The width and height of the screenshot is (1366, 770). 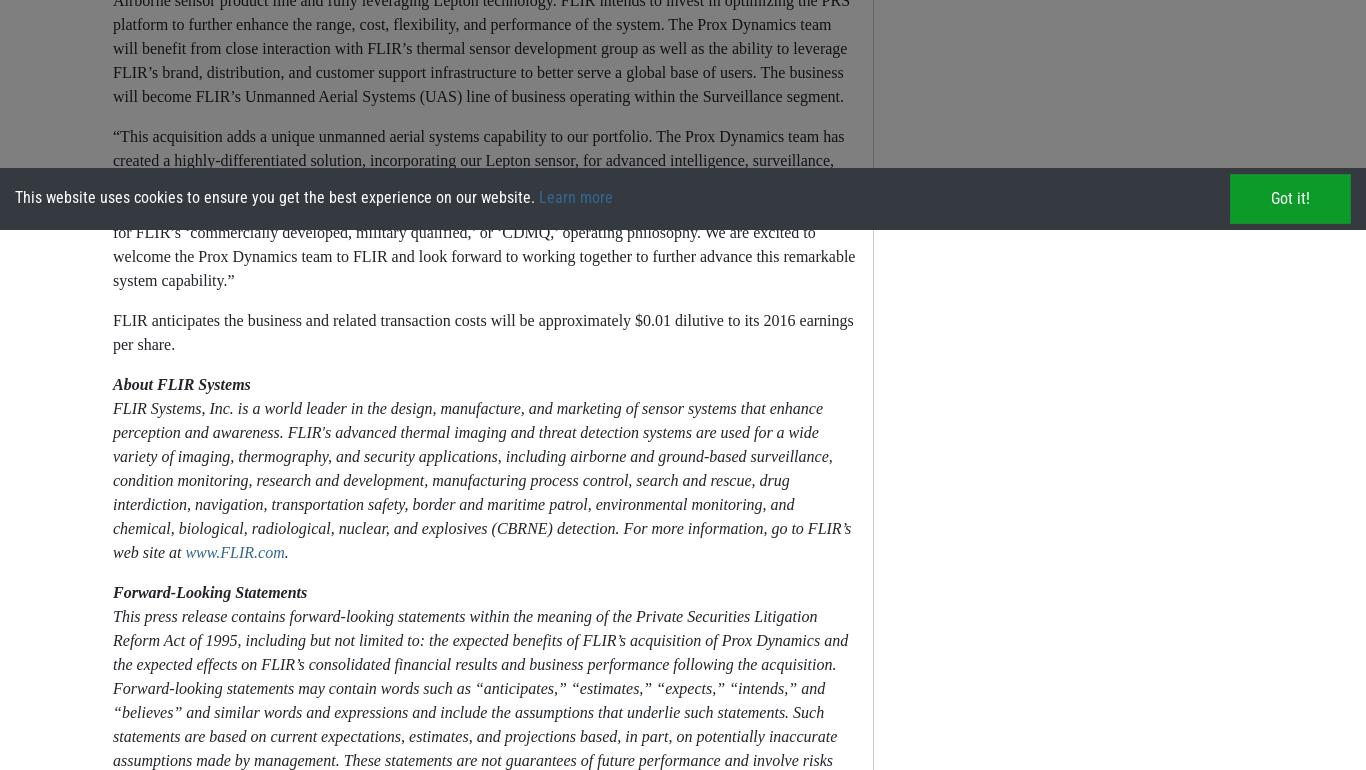 What do you see at coordinates (483, 207) in the screenshot?
I see `'“This acquisition adds a unique unmanned aerial systems capability to our portfolio. The Prox Dynamics team has created a highly-differentiated solution, incorporating our Lepton sensor, for advanced intelligence, surveillance, and reconnaissance that fits well with our vision for growth for our Surveillance segment,” said Andy Teich, President and CEO of FLIR. “The team at Prox Dynamics operates with a commercial mindset, which is a great fit for FLIR’s ‘commercially developed, military qualified,’ or ‘CDMQ,’ operating philosophy. We are excited to welcome the Prox Dynamics team to FLIR and look forward to working together to further advance this remarkable system capability.”'` at bounding box center [483, 207].